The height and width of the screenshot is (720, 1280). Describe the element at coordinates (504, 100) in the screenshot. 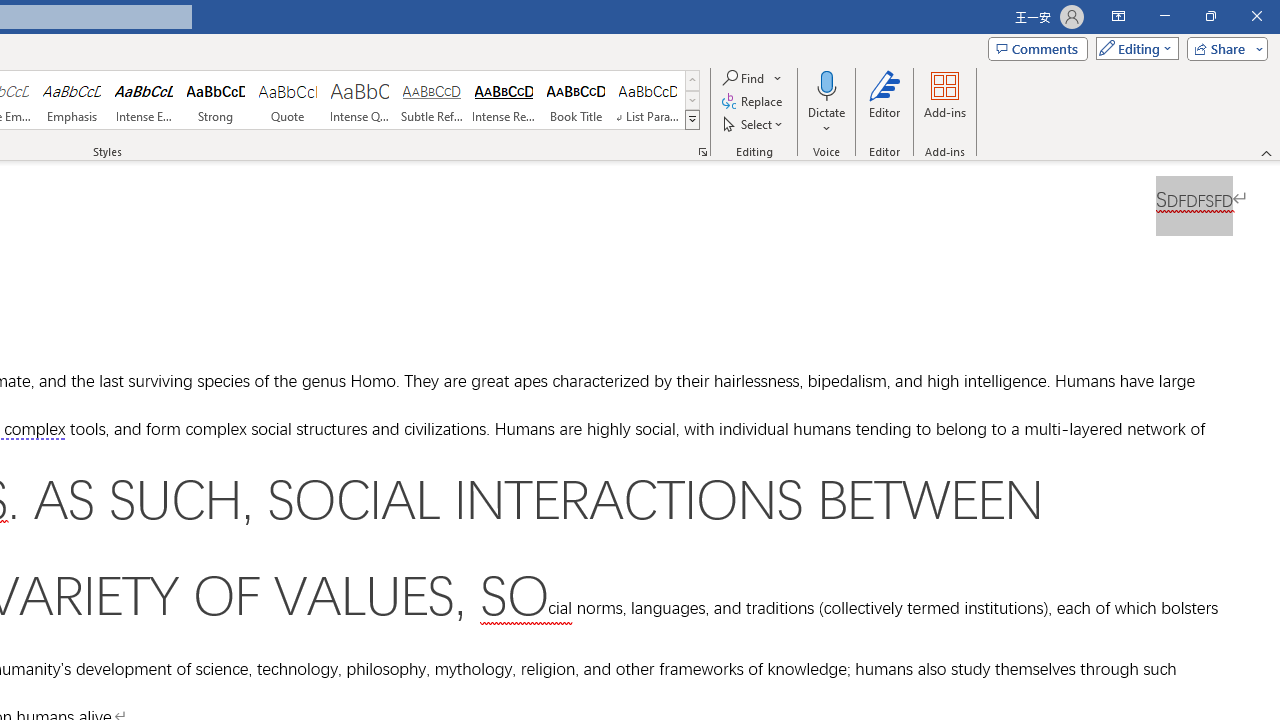

I see `'Intense Reference'` at that location.